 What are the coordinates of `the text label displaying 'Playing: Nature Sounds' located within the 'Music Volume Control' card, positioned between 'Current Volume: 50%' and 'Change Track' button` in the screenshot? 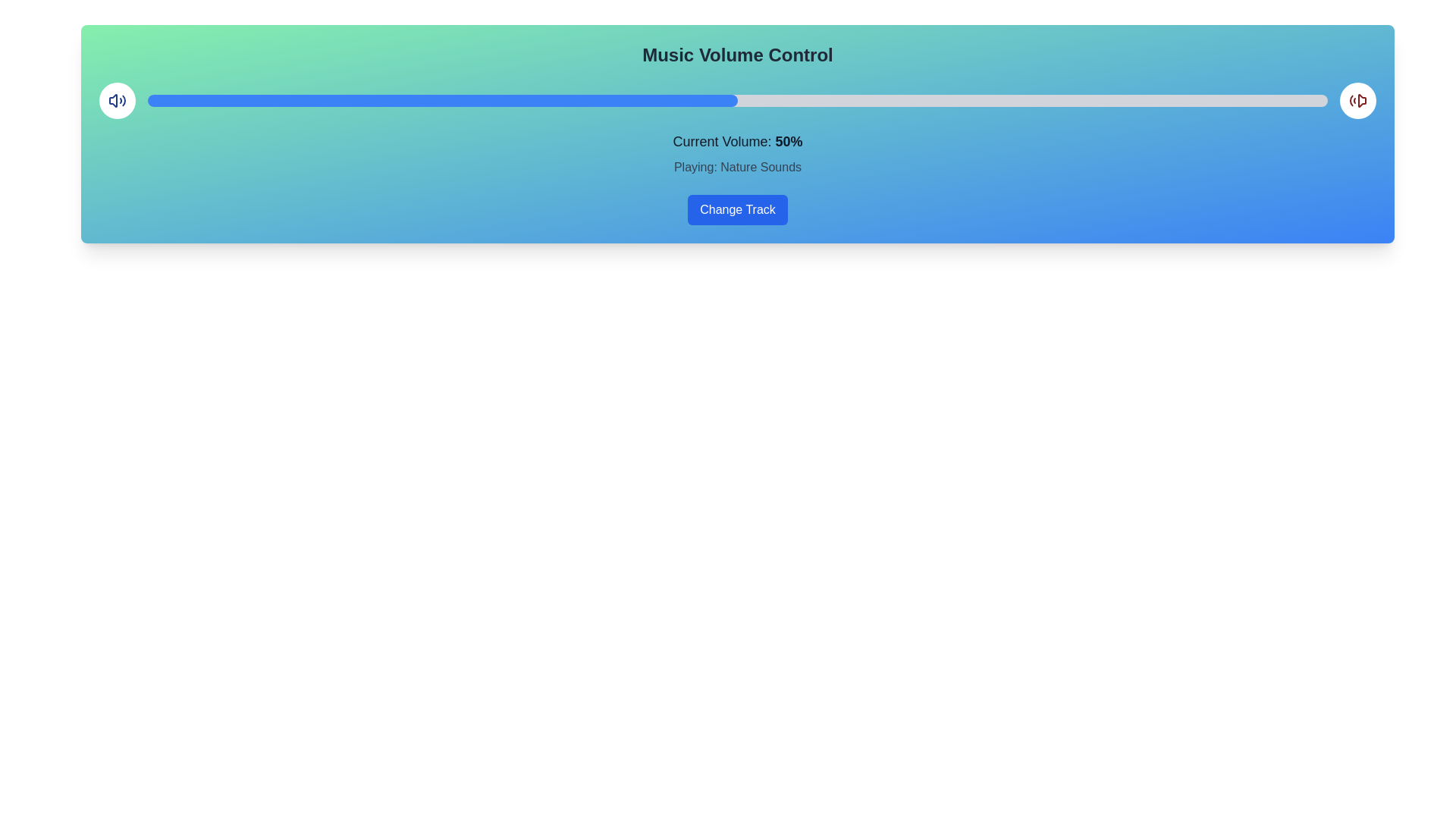 It's located at (738, 167).